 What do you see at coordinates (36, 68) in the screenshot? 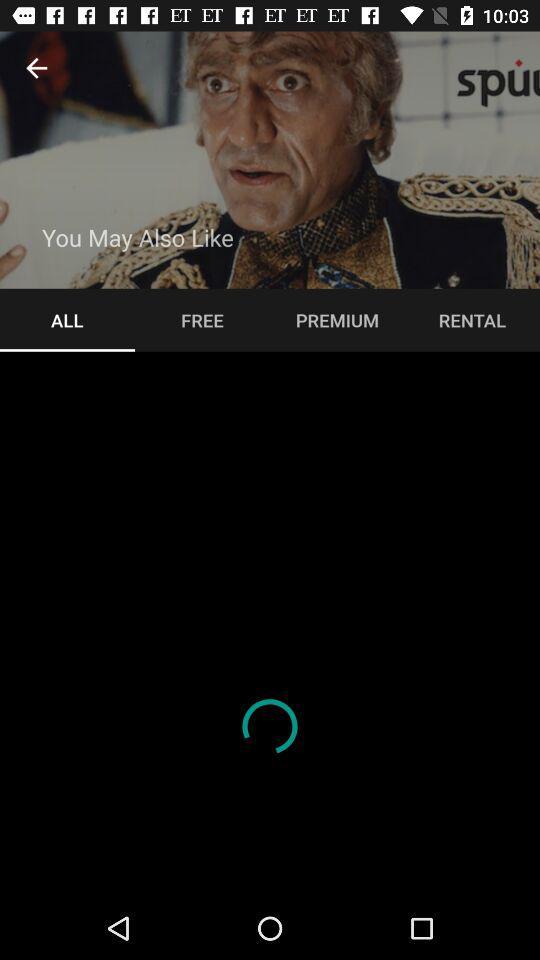
I see `item at the top left corner` at bounding box center [36, 68].